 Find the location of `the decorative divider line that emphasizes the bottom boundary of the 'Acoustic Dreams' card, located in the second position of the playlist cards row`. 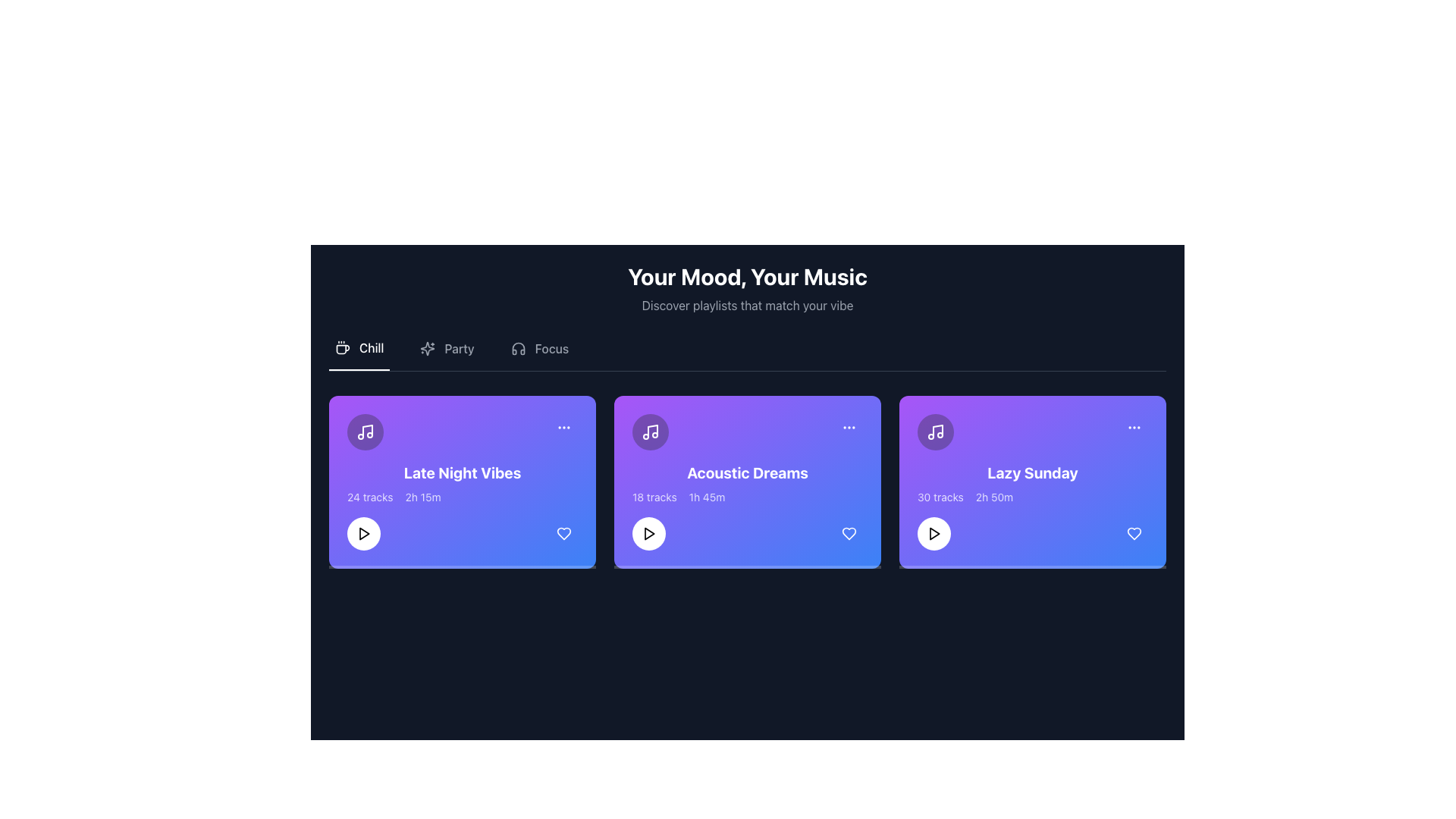

the decorative divider line that emphasizes the bottom boundary of the 'Acoustic Dreams' card, located in the second position of the playlist cards row is located at coordinates (747, 567).